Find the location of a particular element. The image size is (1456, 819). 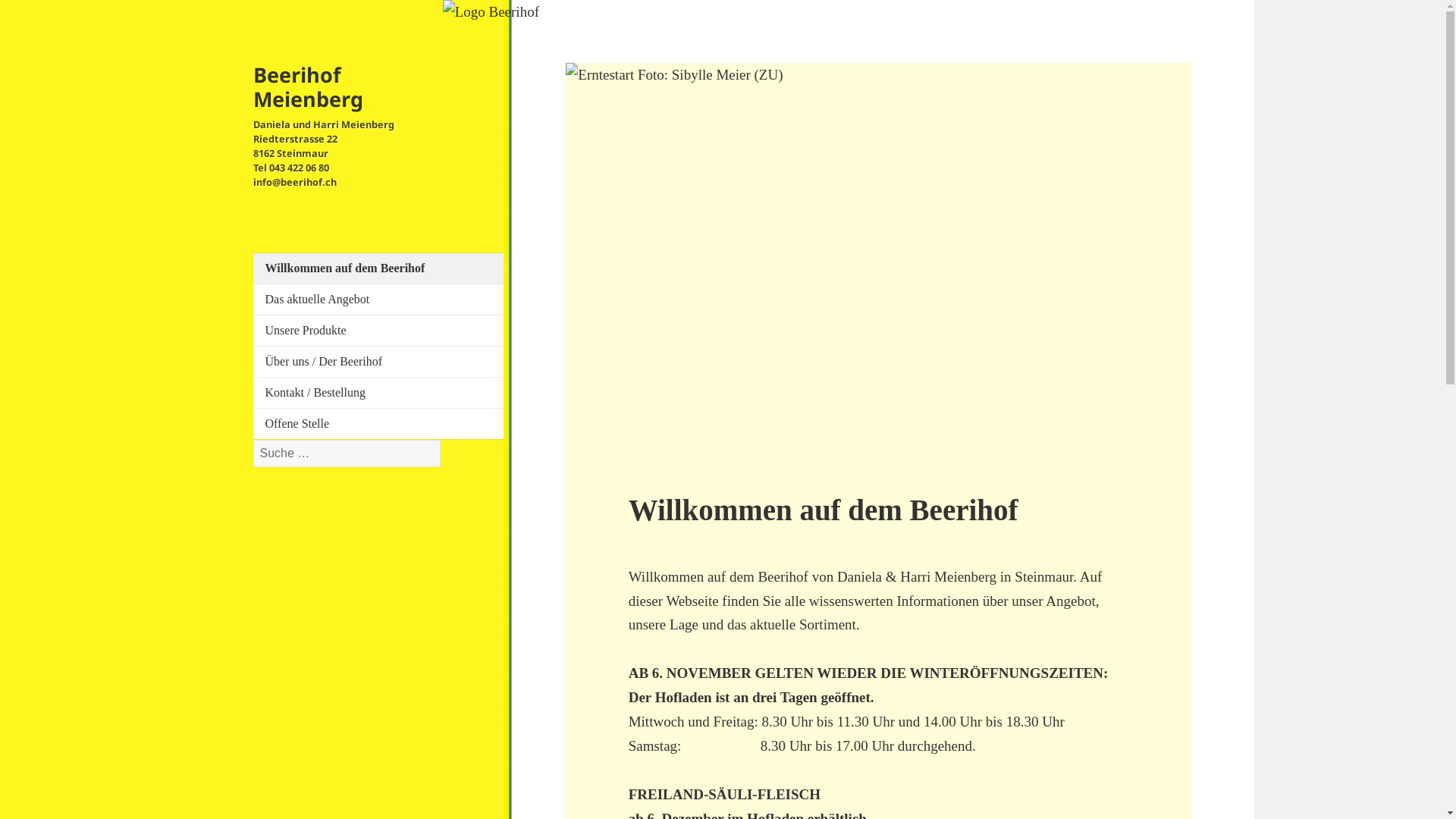

'Das aktuelle Angebot' is located at coordinates (384, 299).